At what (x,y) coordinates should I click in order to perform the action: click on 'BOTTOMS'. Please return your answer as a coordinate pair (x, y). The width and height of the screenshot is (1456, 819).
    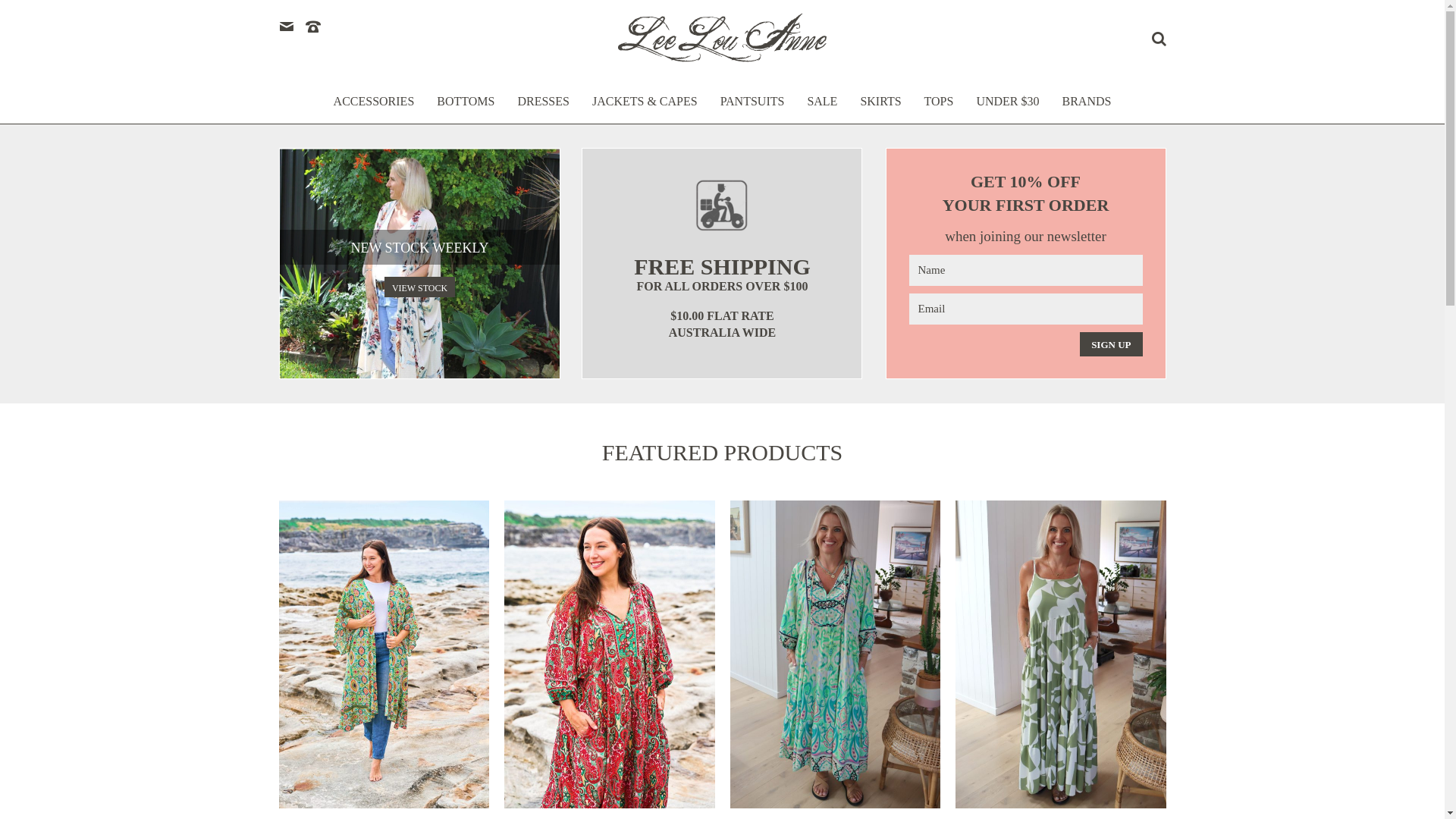
    Looking at the image, I should click on (465, 108).